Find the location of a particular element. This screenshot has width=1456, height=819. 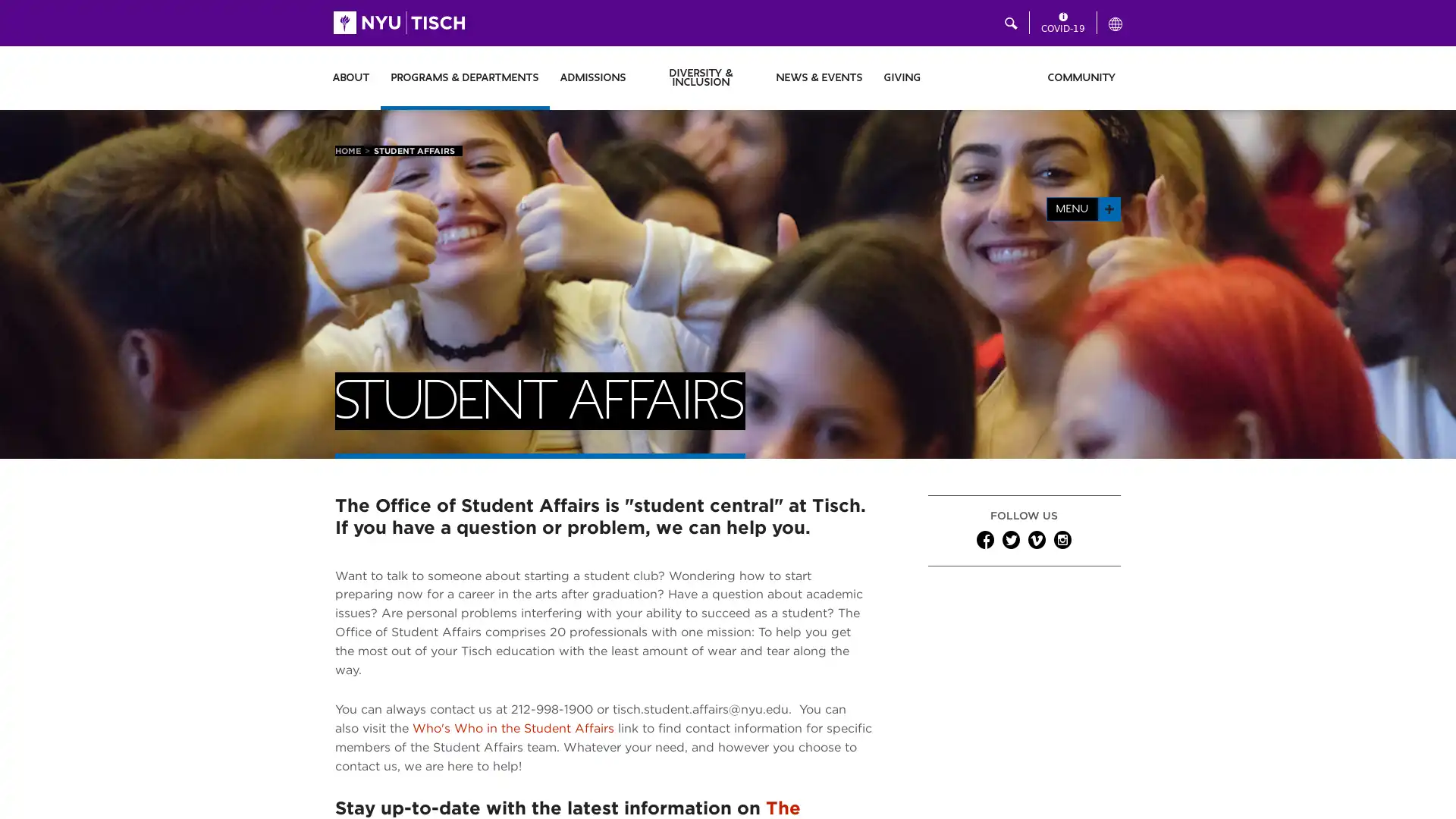

Search is located at coordinates (930, 23).